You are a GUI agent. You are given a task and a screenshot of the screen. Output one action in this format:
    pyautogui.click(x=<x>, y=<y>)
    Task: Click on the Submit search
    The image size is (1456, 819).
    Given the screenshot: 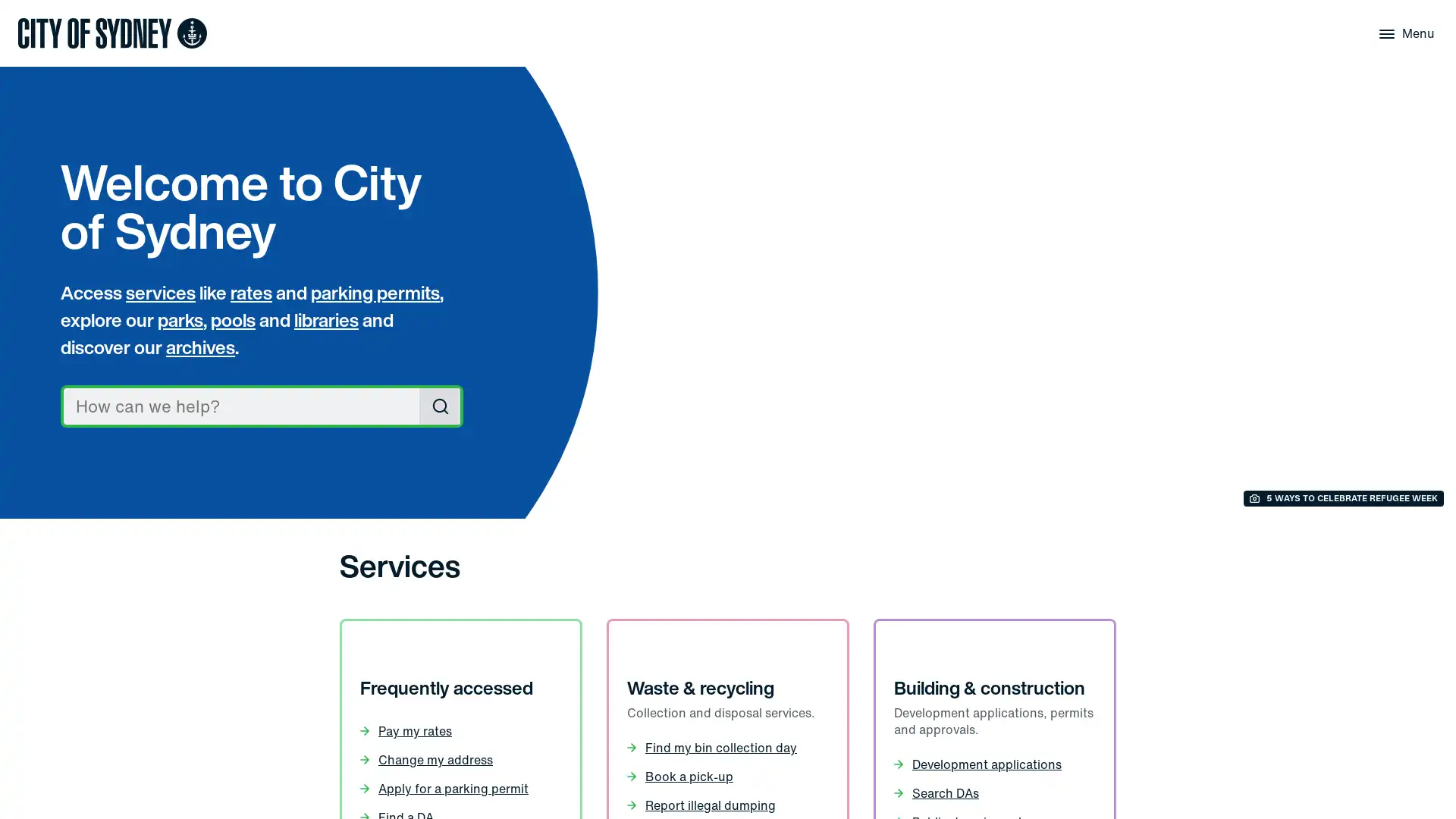 What is the action you would take?
    pyautogui.click(x=439, y=406)
    